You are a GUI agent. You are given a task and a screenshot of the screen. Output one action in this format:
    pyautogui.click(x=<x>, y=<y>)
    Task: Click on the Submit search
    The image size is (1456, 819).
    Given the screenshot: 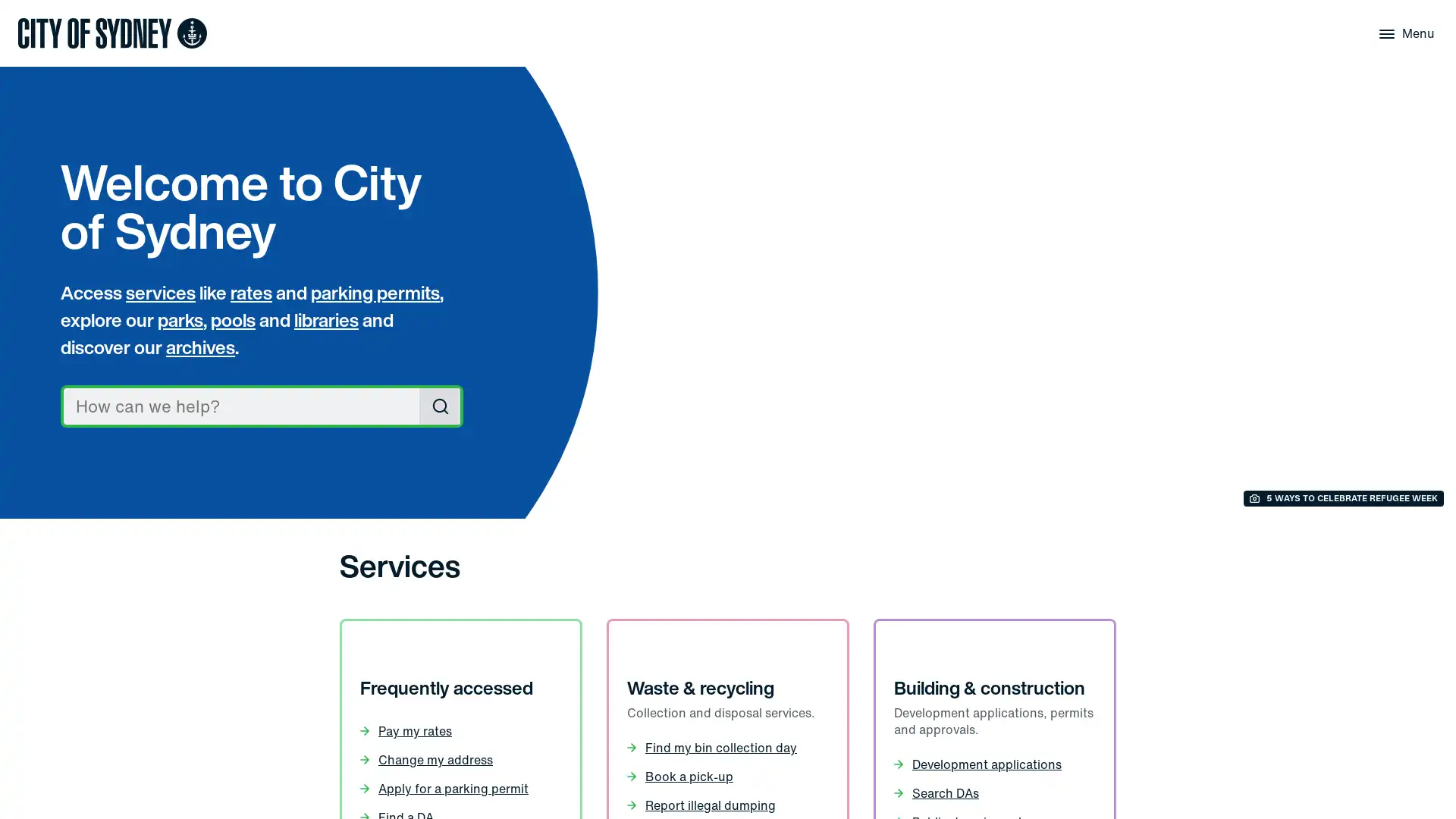 What is the action you would take?
    pyautogui.click(x=439, y=406)
    